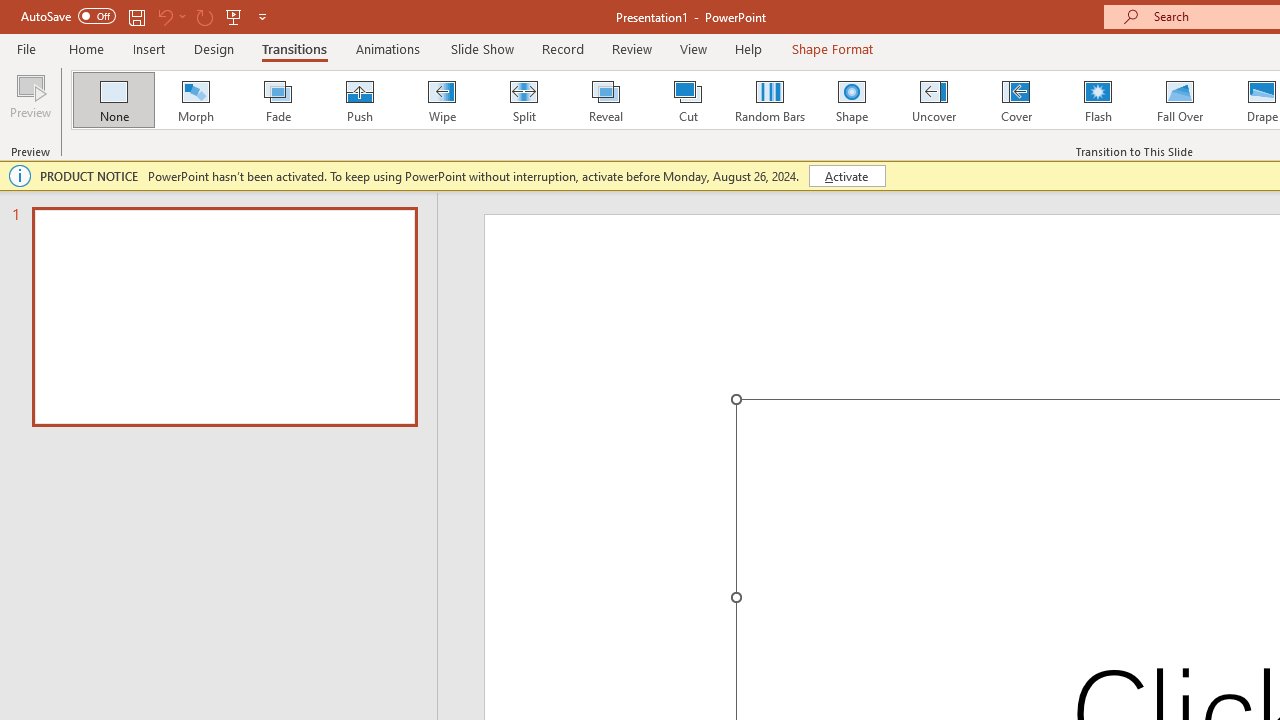  Describe the element at coordinates (604, 100) in the screenshot. I see `'Reveal'` at that location.